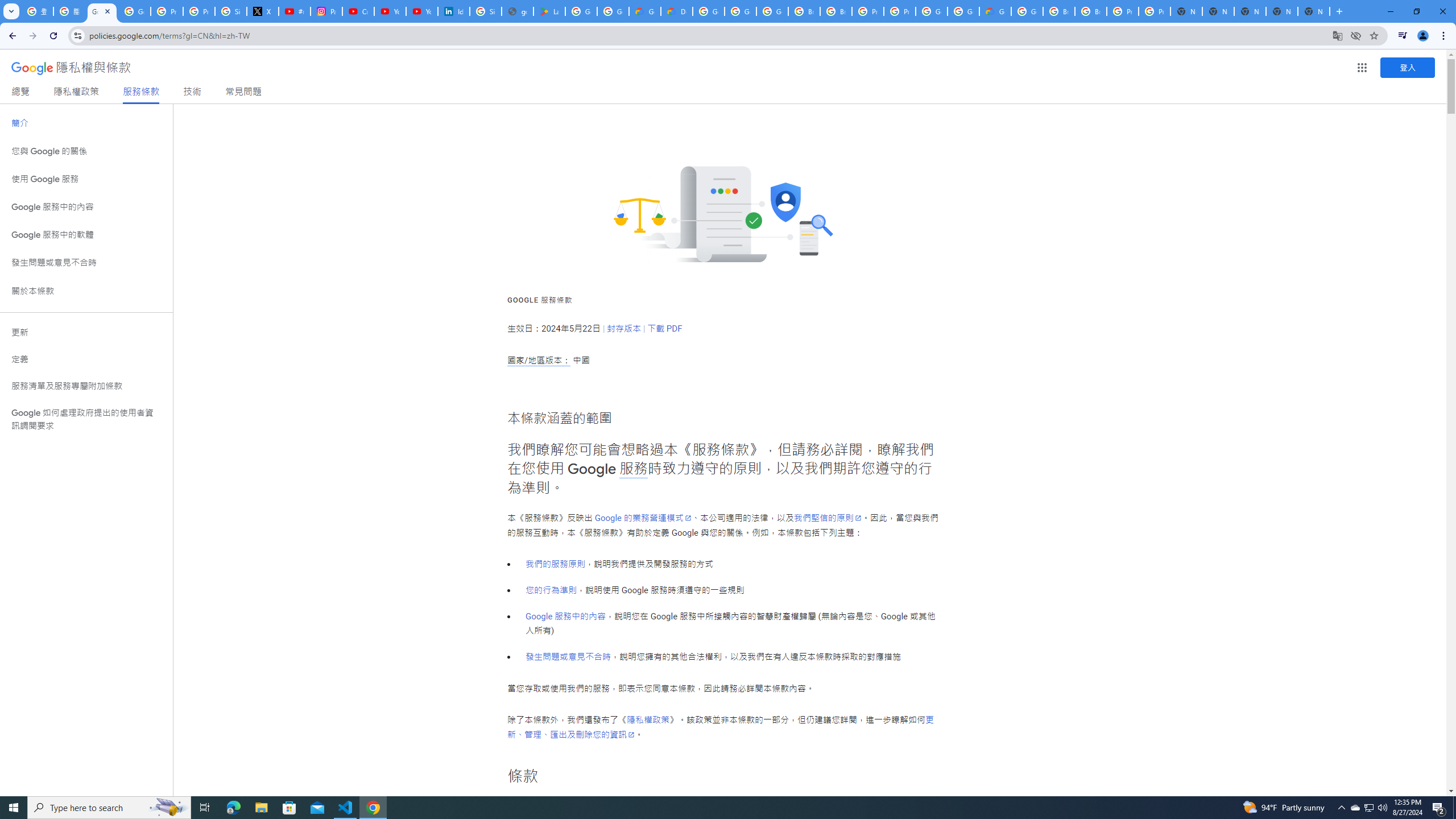  Describe the element at coordinates (421, 11) in the screenshot. I see `'YouTube Culture & Trends - YouTube Top 10, 2021'` at that location.